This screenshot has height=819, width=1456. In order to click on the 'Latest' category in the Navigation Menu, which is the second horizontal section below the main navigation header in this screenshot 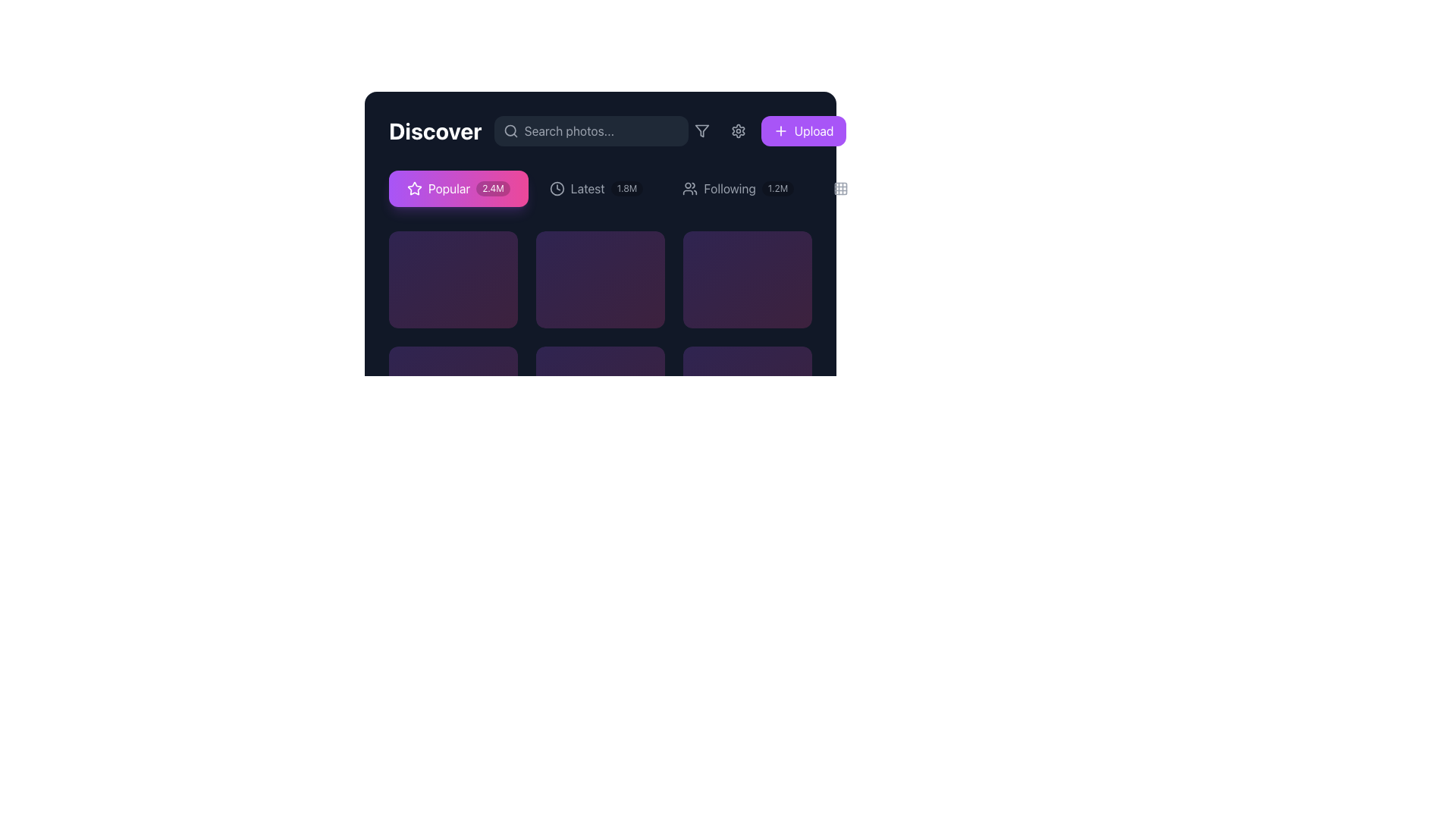, I will do `click(600, 188)`.